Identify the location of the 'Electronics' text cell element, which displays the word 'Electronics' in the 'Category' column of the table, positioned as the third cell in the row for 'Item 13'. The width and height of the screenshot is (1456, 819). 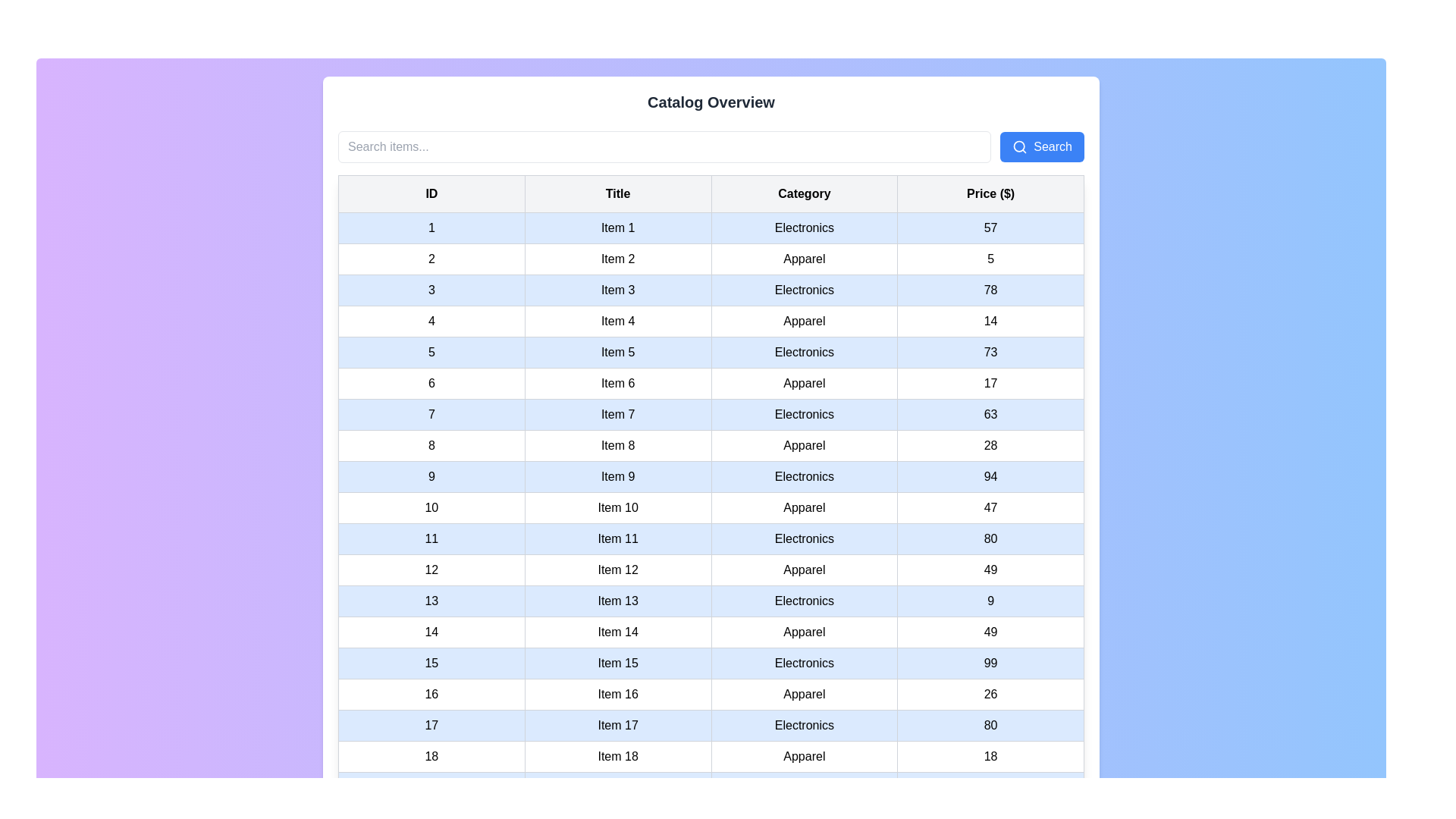
(803, 601).